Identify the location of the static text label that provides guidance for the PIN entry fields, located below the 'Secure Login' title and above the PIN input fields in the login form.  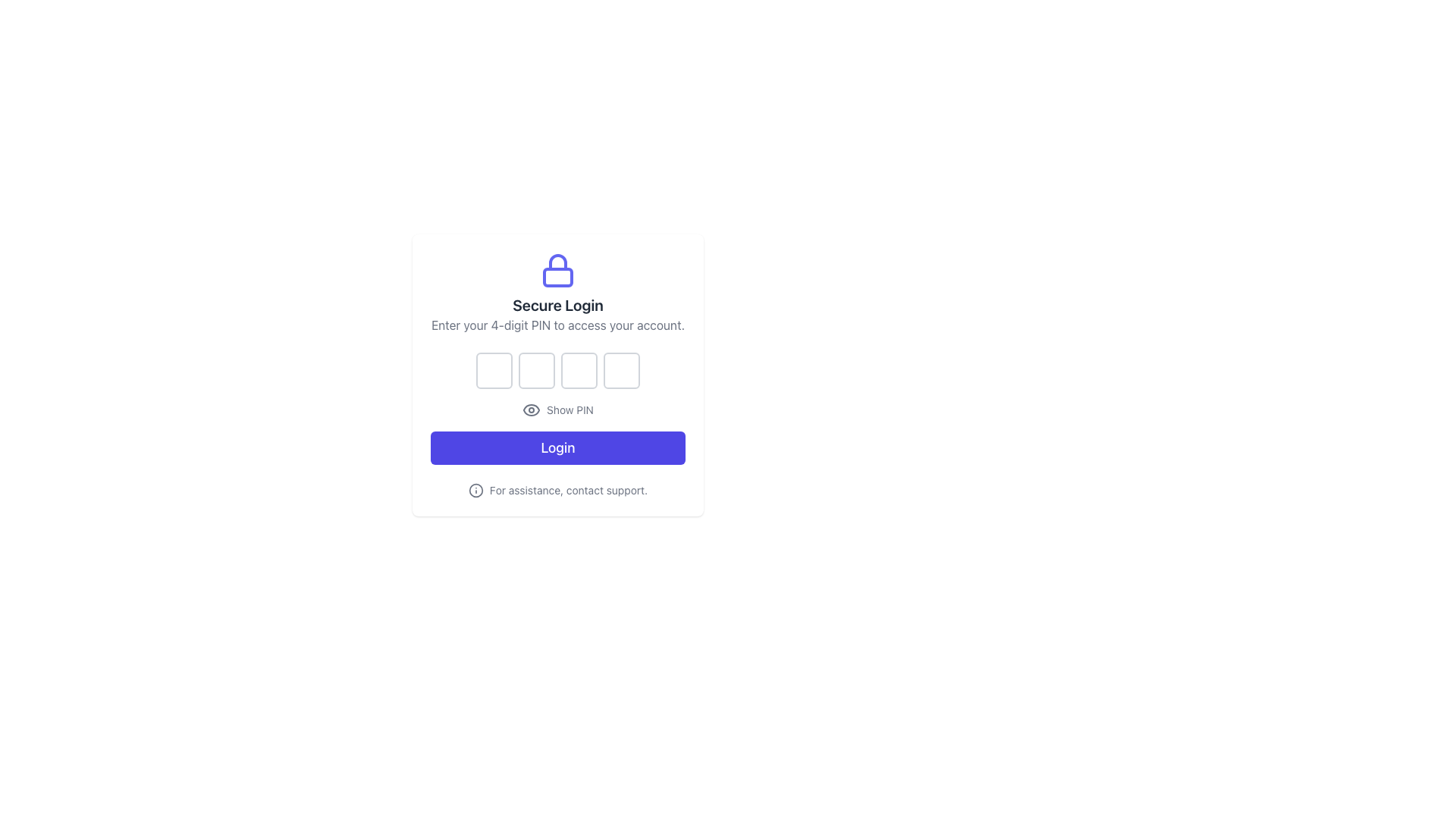
(557, 324).